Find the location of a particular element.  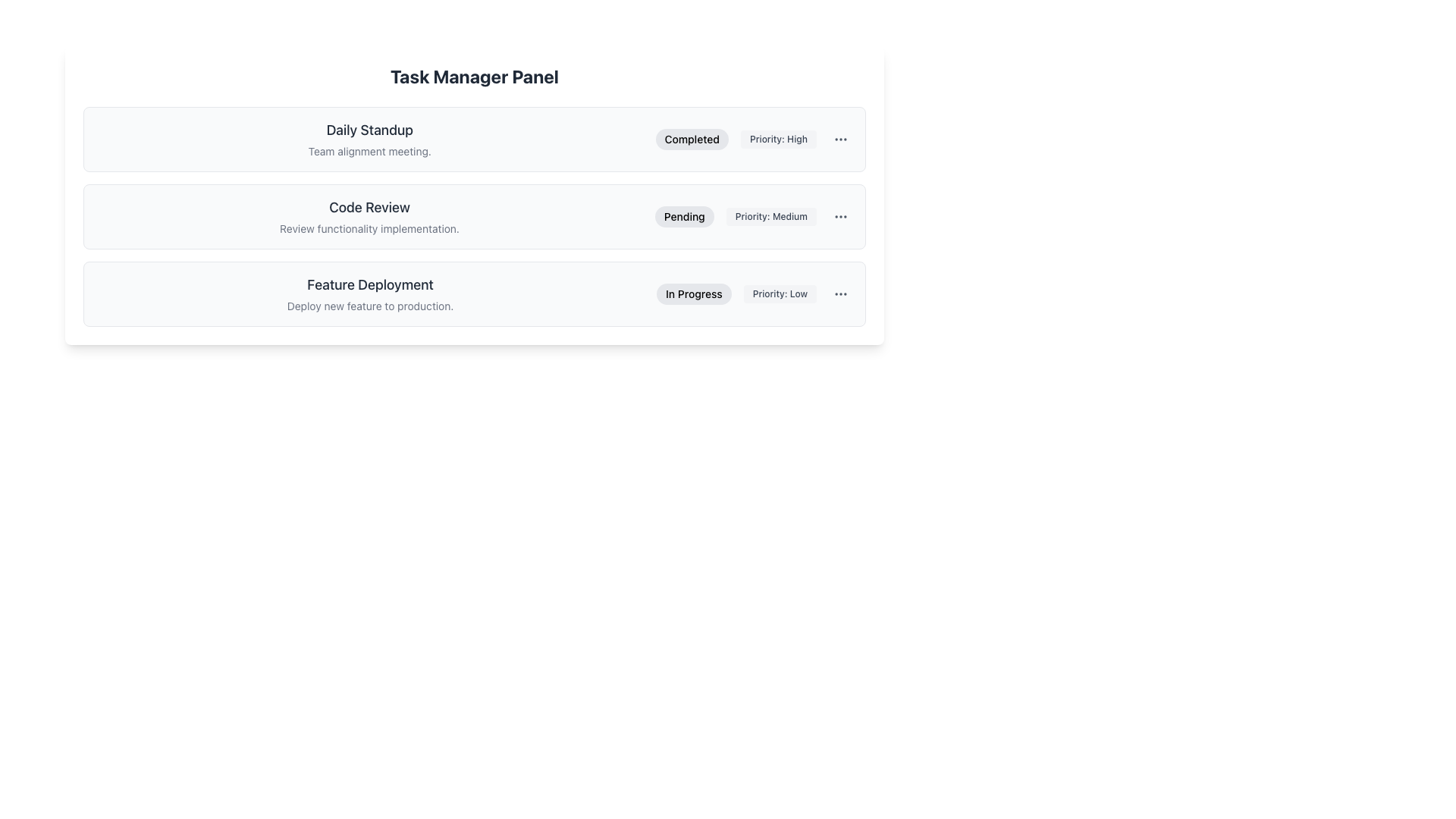

the label indicating the current status of the task associated with the 'Feature Deployment' row, located in the third list item of the task list, positioned to the right-hand side of the row is located at coordinates (693, 294).